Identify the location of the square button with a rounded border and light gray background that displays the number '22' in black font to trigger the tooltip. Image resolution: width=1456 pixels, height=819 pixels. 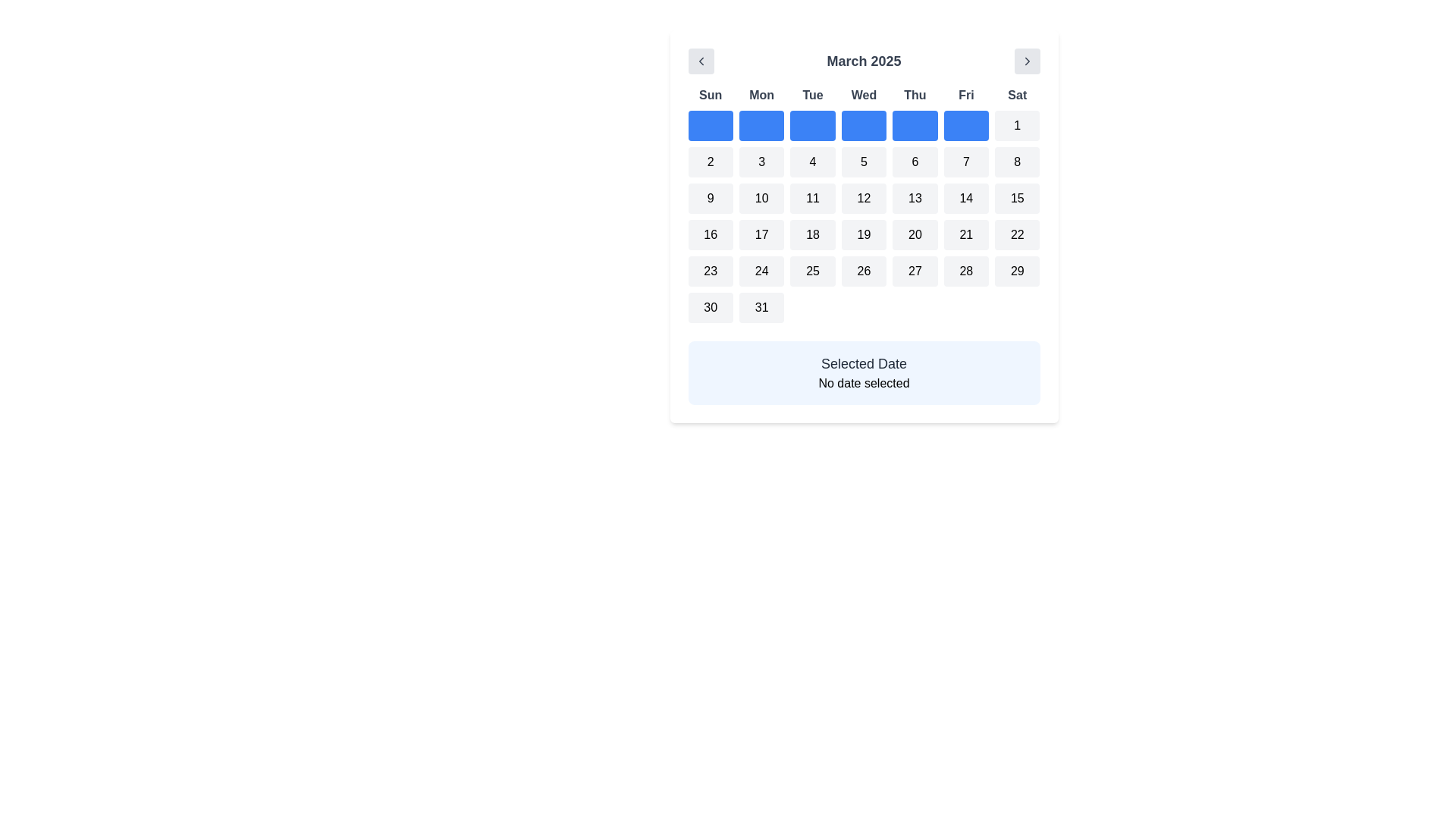
(1017, 234).